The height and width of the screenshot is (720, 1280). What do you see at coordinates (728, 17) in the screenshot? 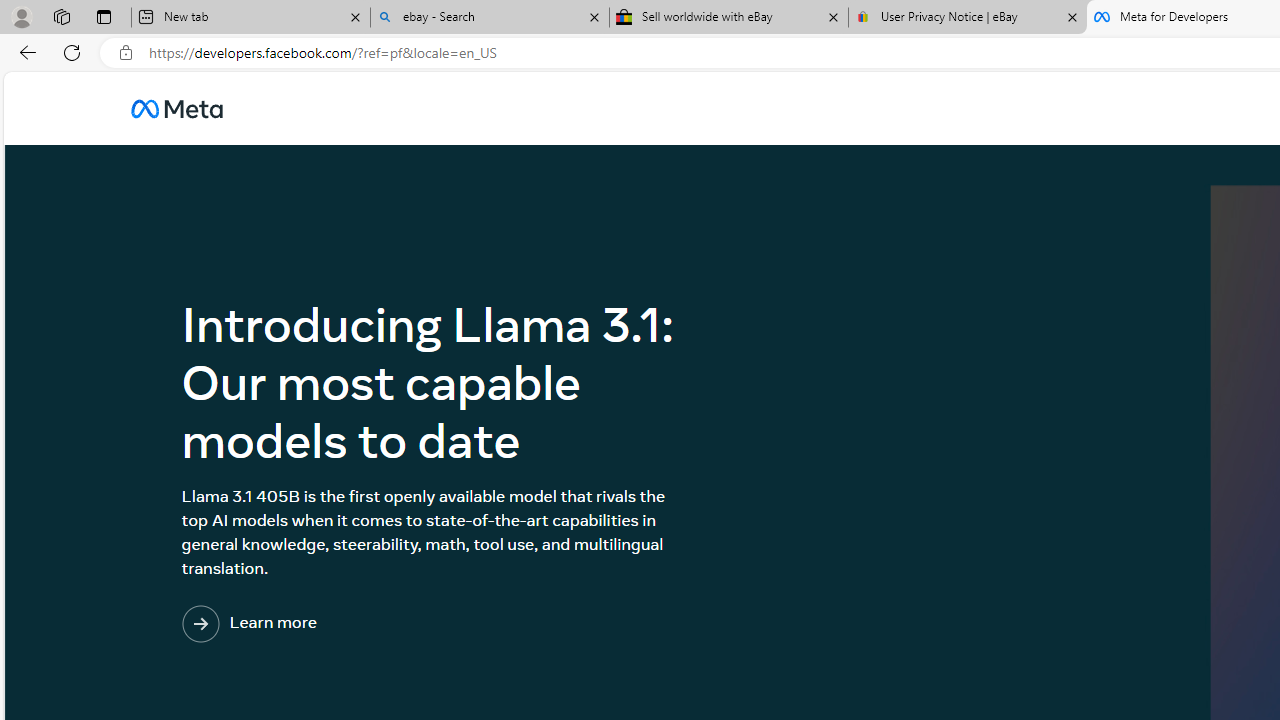
I see `'Sell worldwide with eBay'` at bounding box center [728, 17].